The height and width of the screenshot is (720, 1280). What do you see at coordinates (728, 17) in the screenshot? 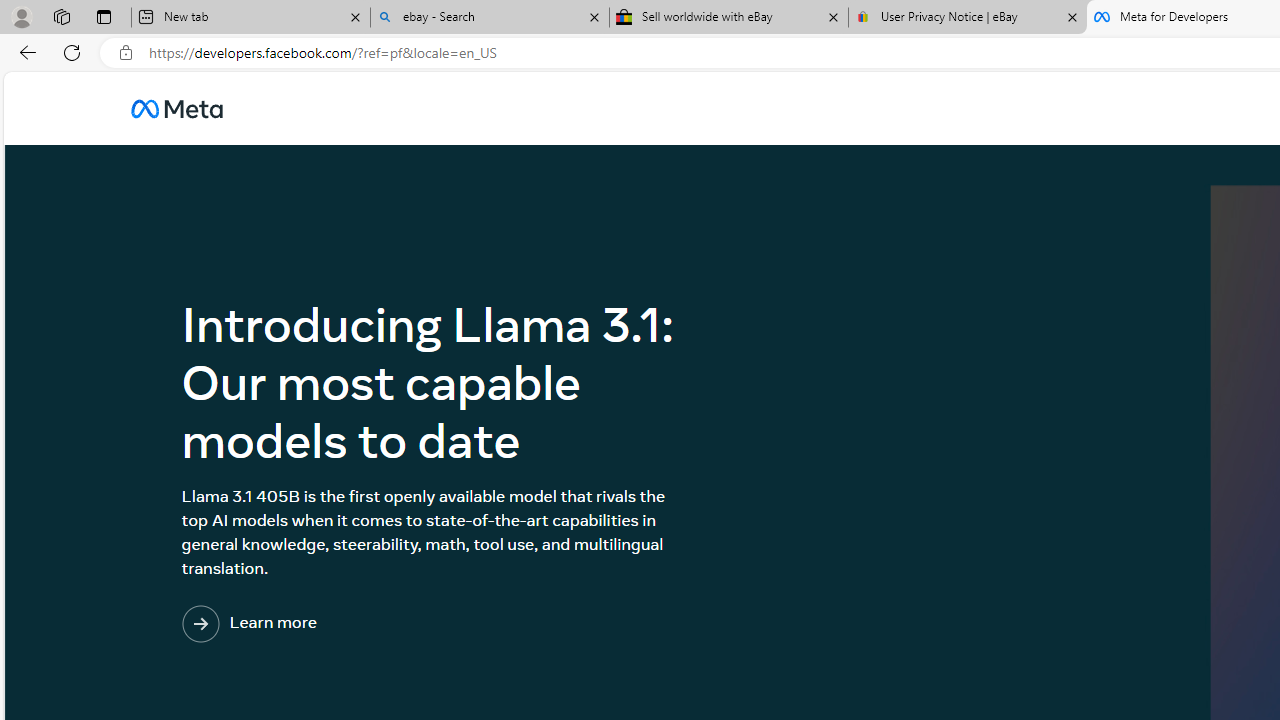
I see `'Sell worldwide with eBay'` at bounding box center [728, 17].